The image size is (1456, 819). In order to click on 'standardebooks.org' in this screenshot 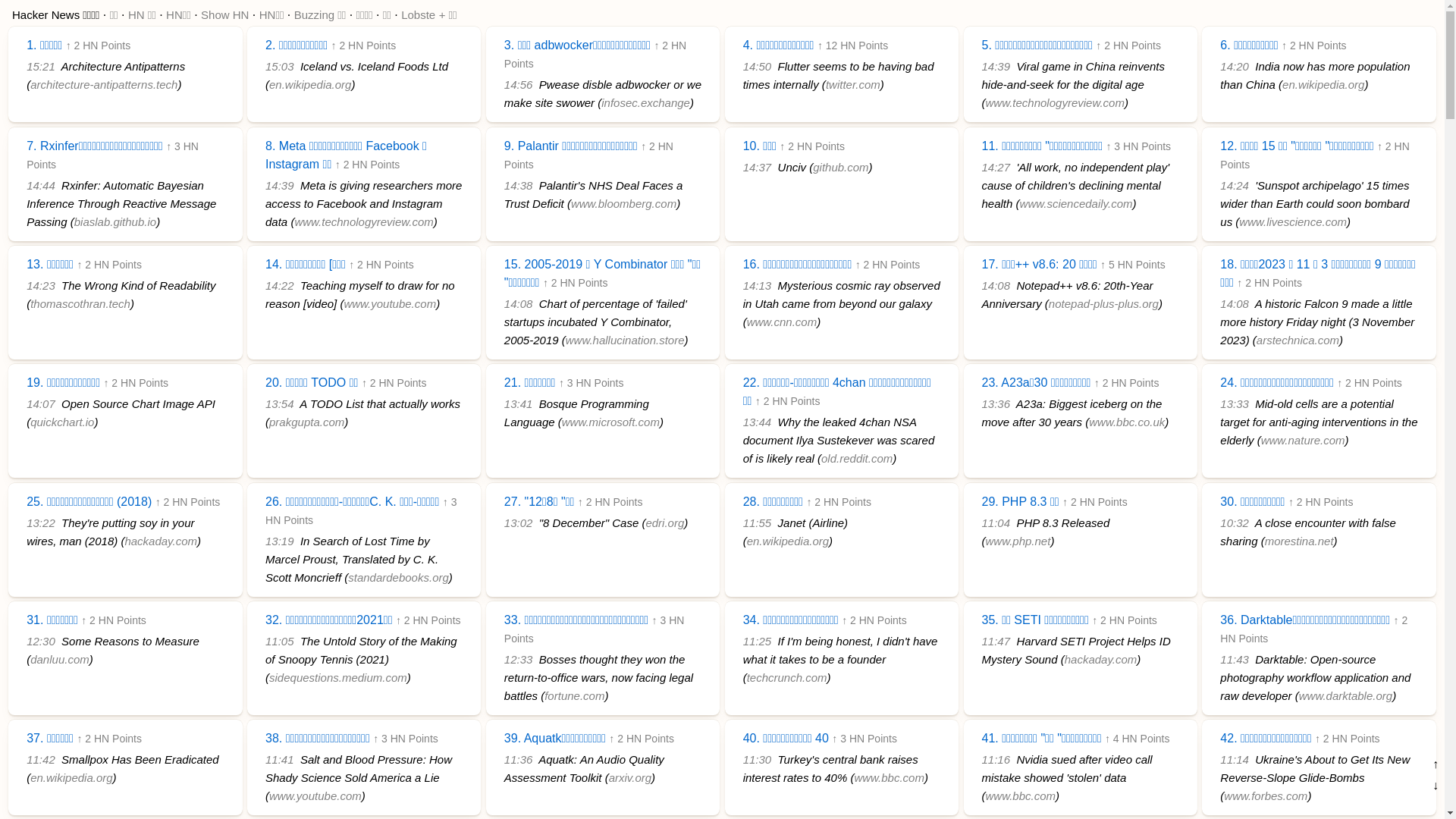, I will do `click(398, 577)`.